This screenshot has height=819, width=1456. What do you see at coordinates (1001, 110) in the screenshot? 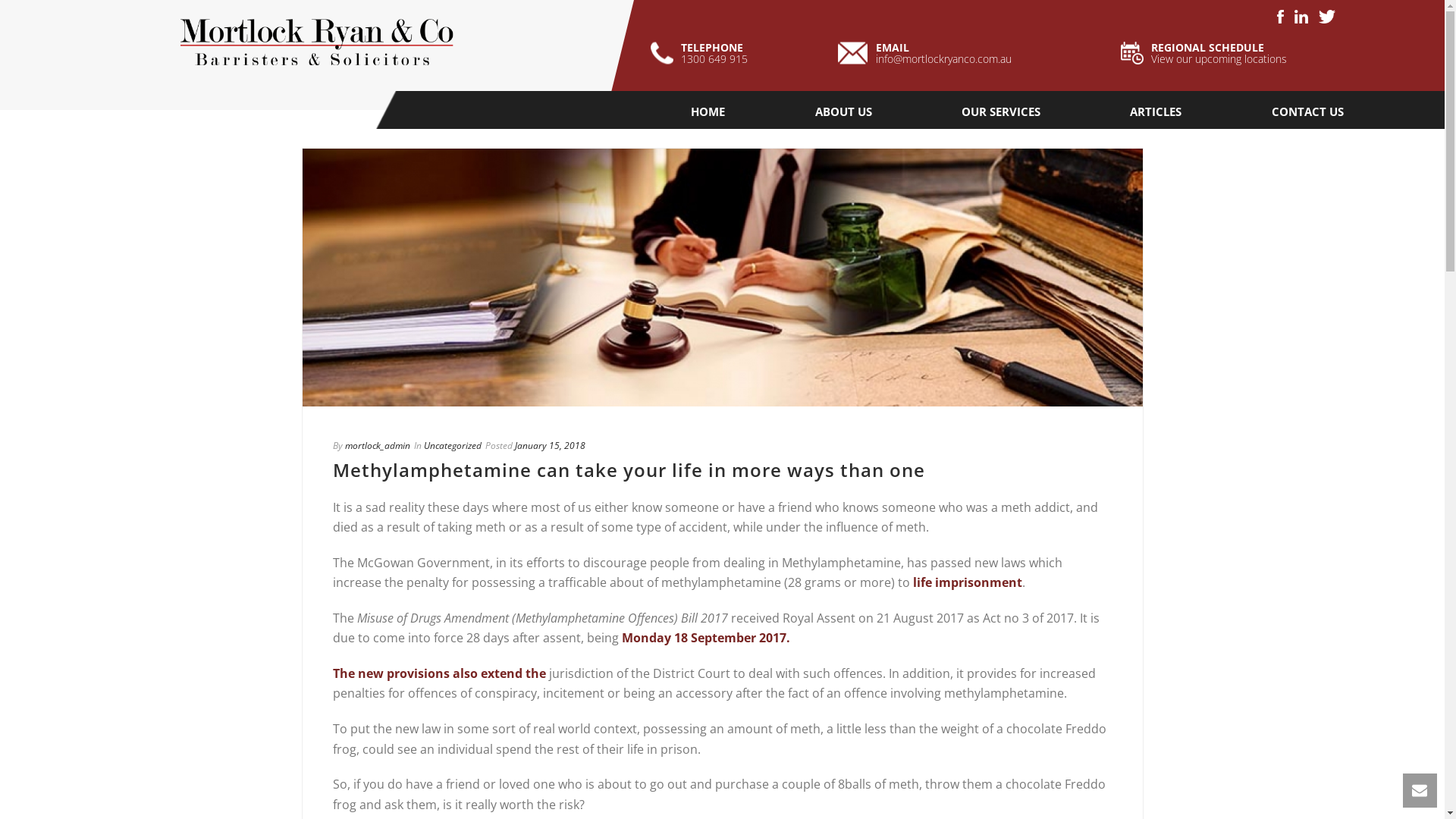
I see `'OUR SERVICES'` at bounding box center [1001, 110].